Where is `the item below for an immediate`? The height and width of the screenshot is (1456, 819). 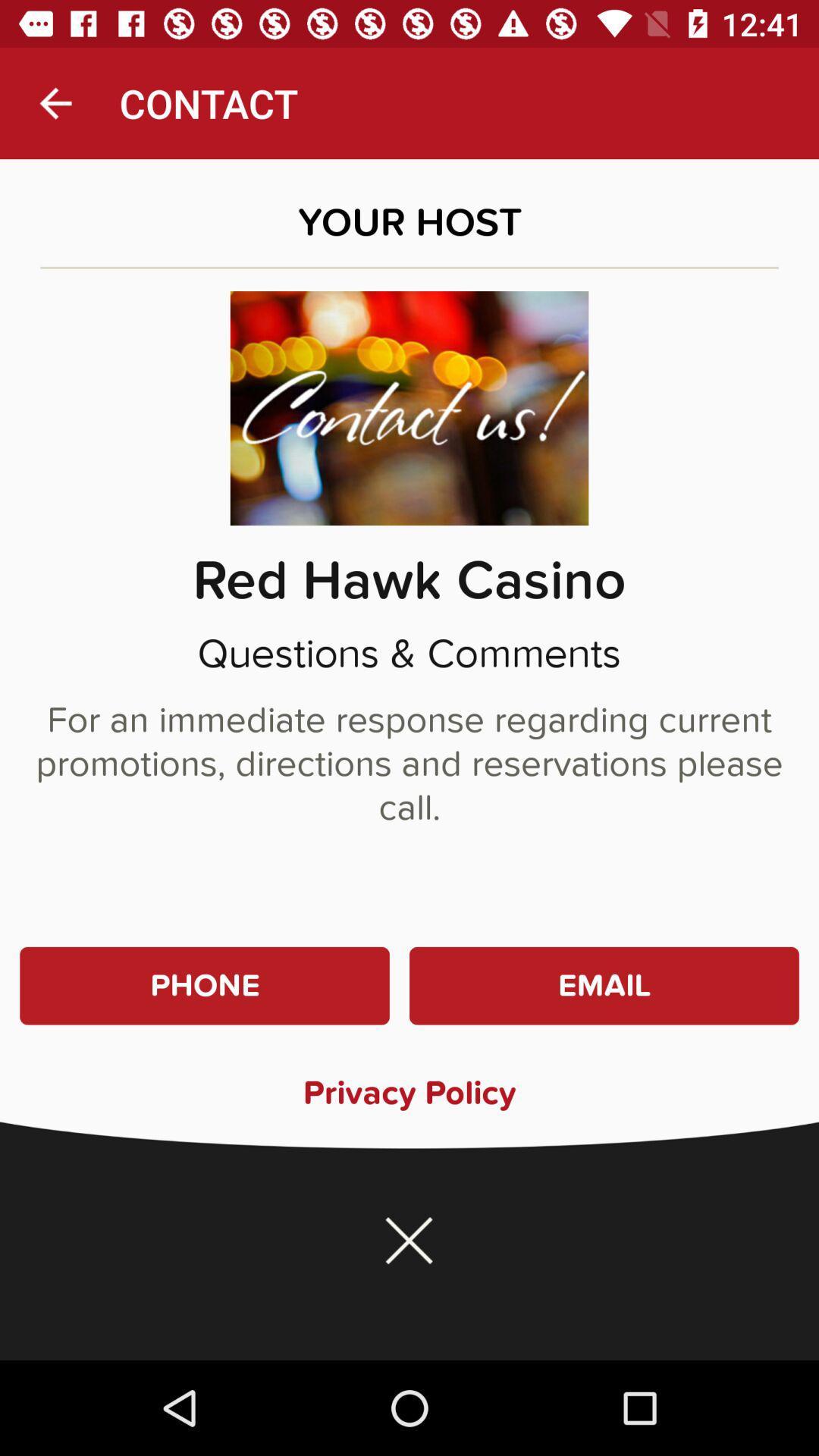
the item below for an immediate is located at coordinates (603, 986).